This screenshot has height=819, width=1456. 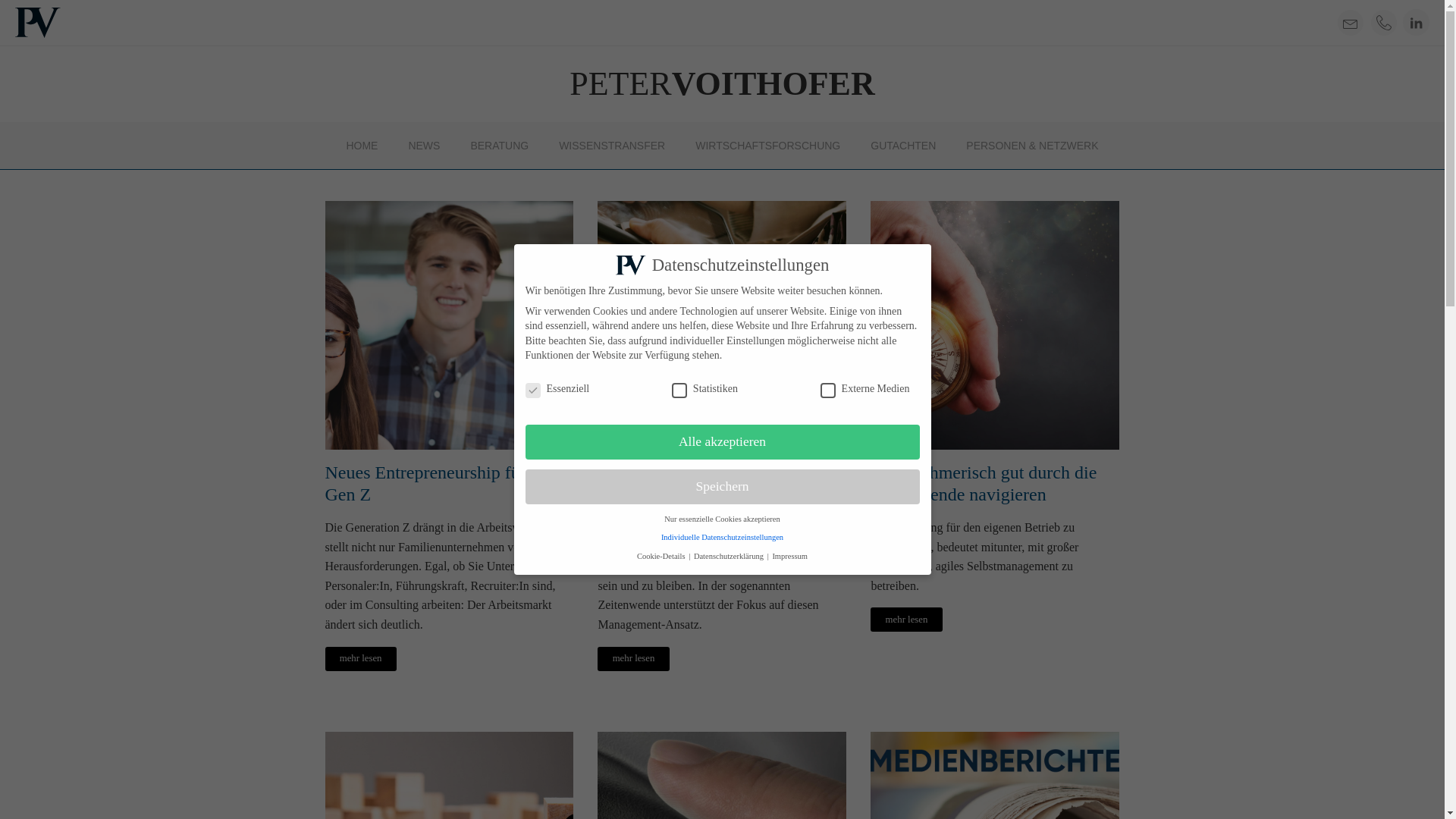 I want to click on 'WIRTSCHAFTSFORSCHUNG', so click(x=767, y=146).